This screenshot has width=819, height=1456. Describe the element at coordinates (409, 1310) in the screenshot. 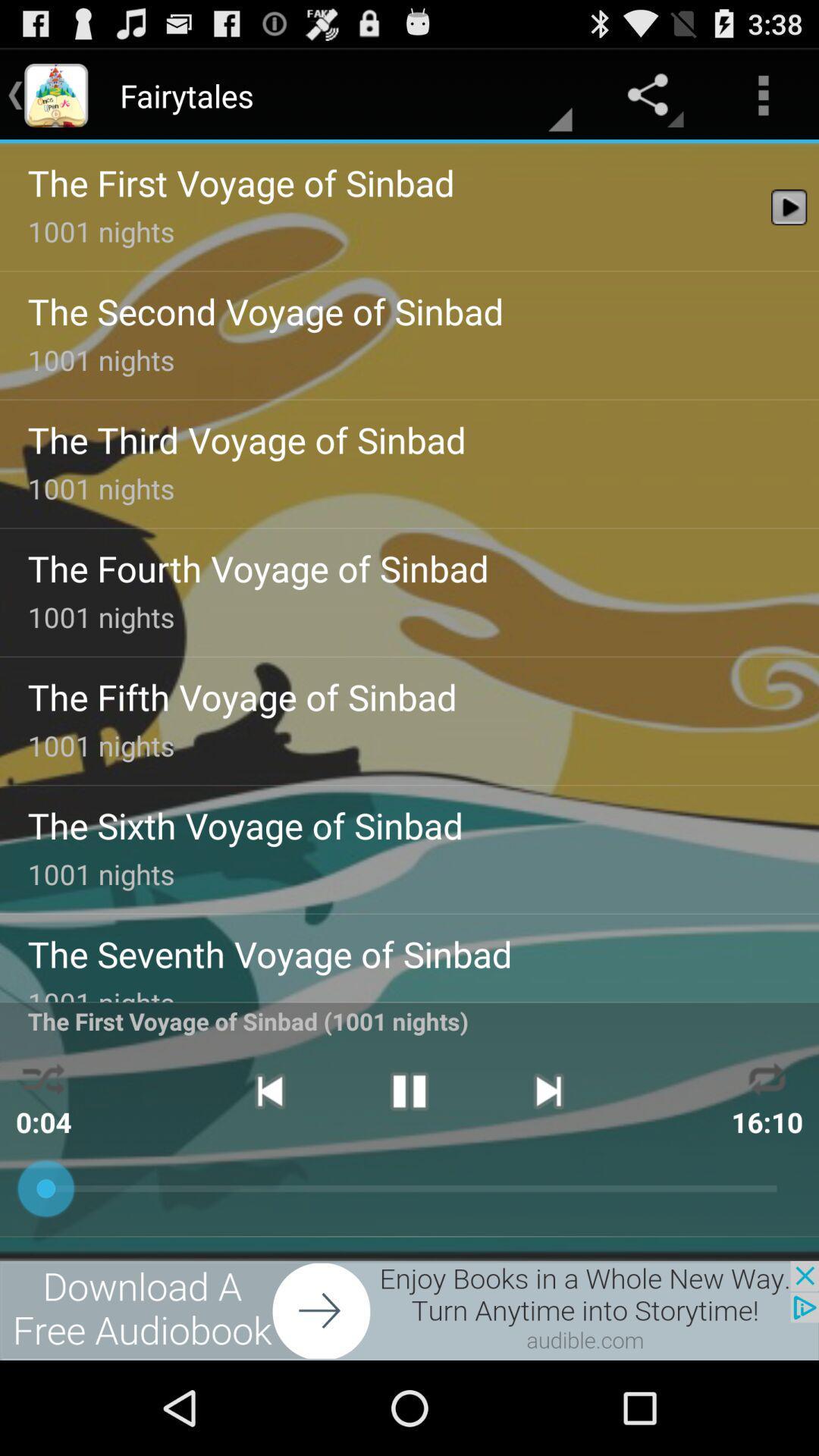

I see `click advertisement` at that location.